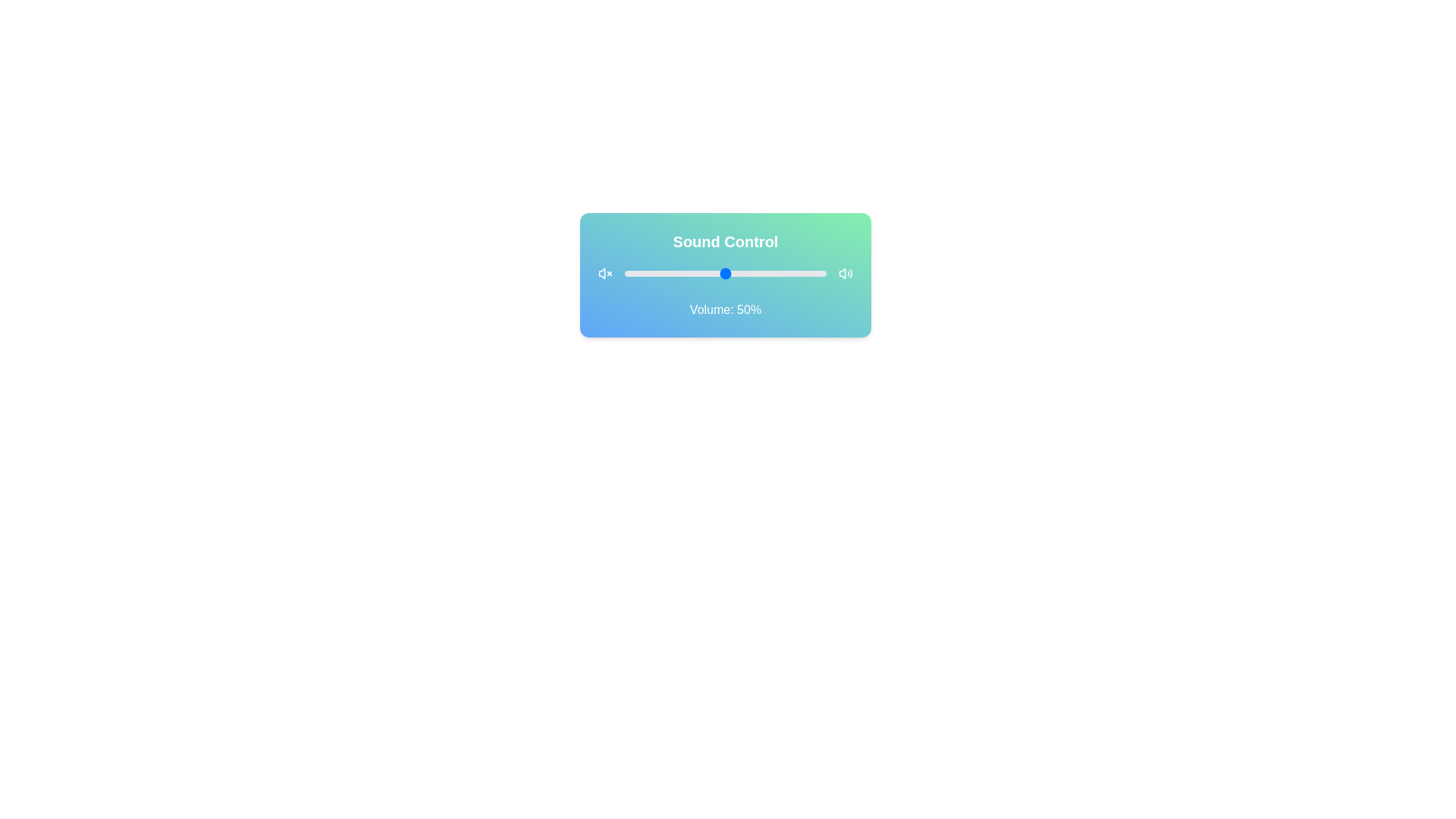 The image size is (1456, 819). I want to click on the mute toggle icon button located at the far-left side of the sound control interface, so click(604, 274).